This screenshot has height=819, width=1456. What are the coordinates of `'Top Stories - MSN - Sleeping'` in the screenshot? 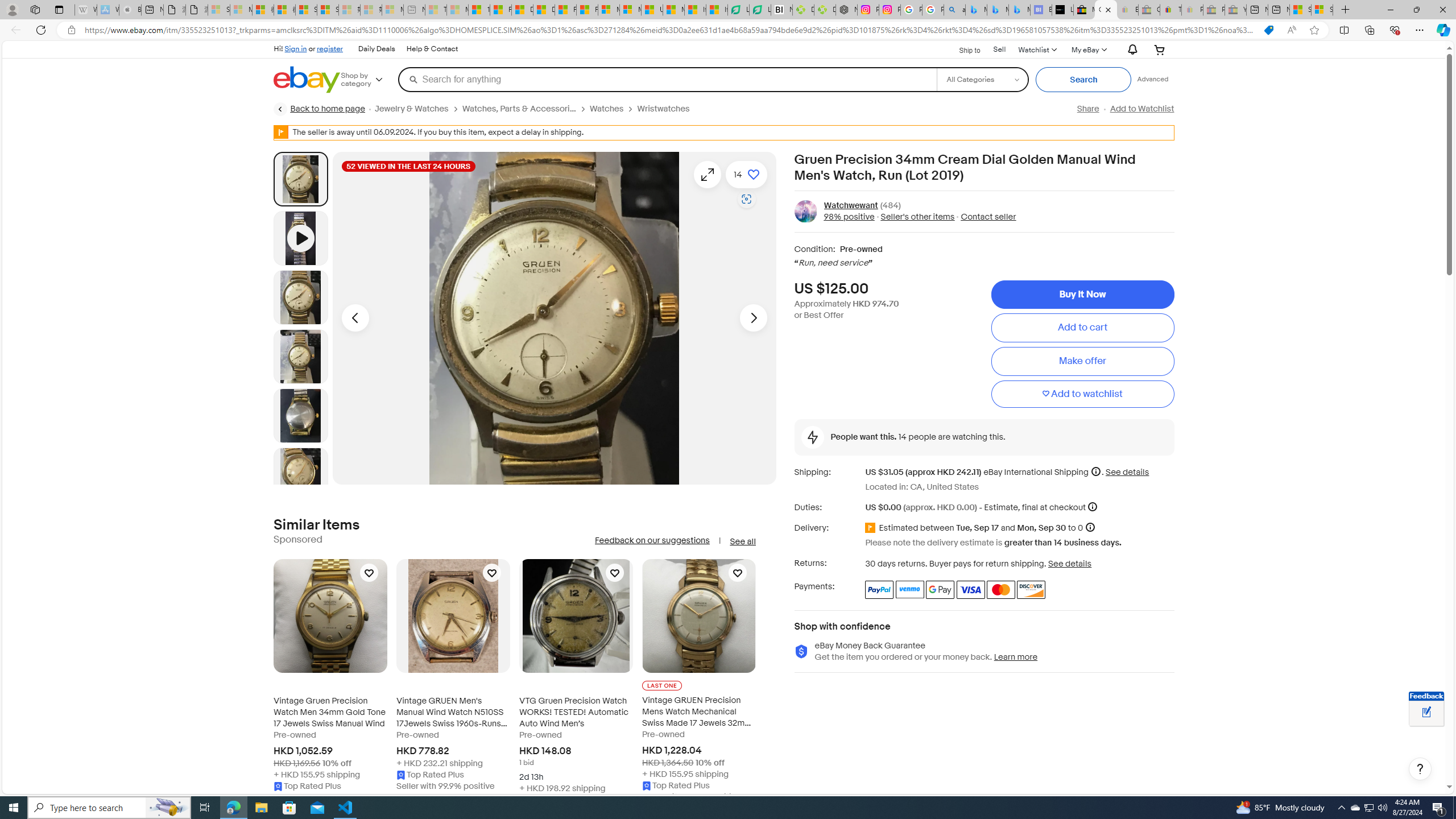 It's located at (436, 9).